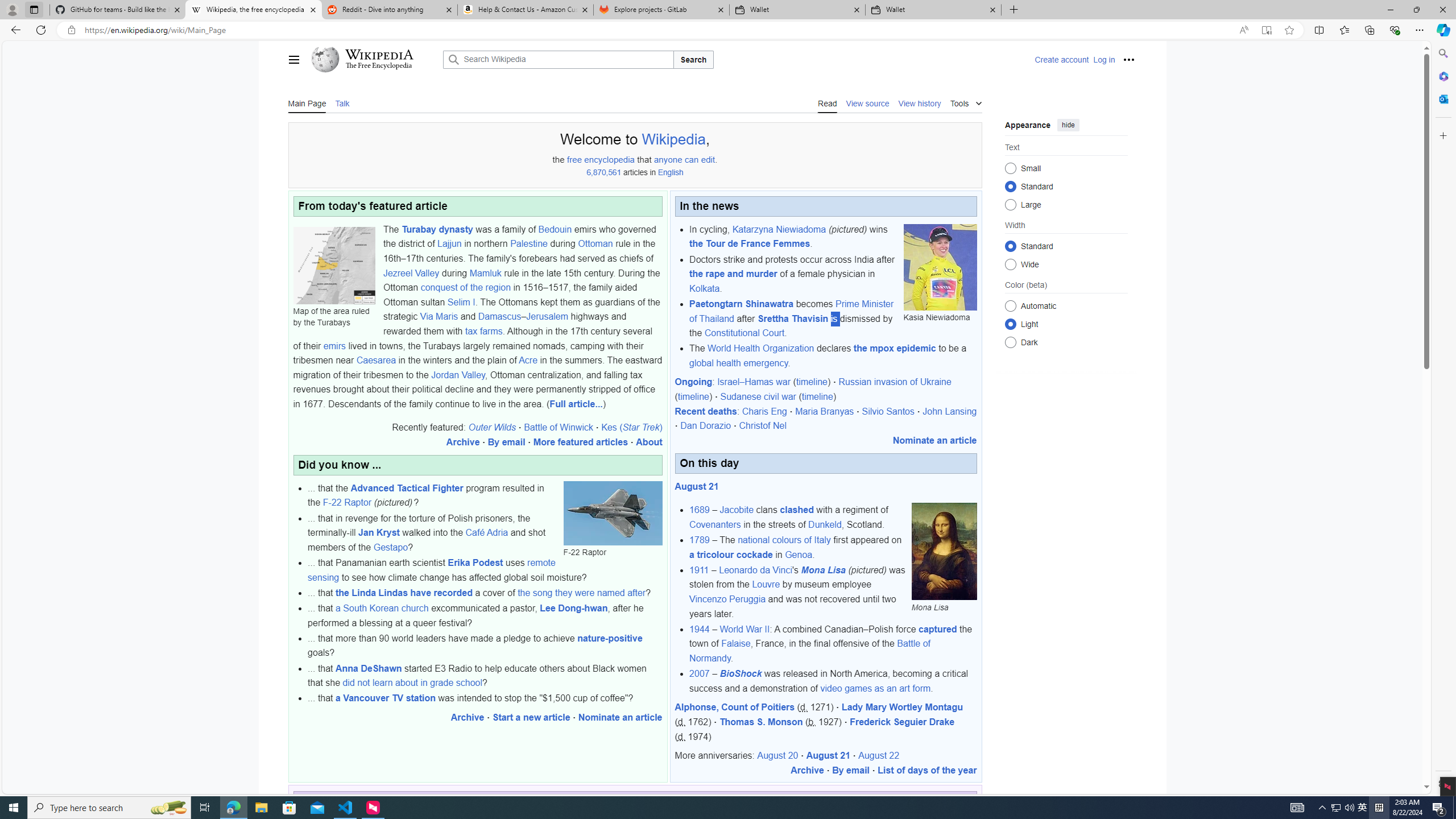  I want to click on 'Wikipedia The Free Encyclopedia', so click(373, 59).